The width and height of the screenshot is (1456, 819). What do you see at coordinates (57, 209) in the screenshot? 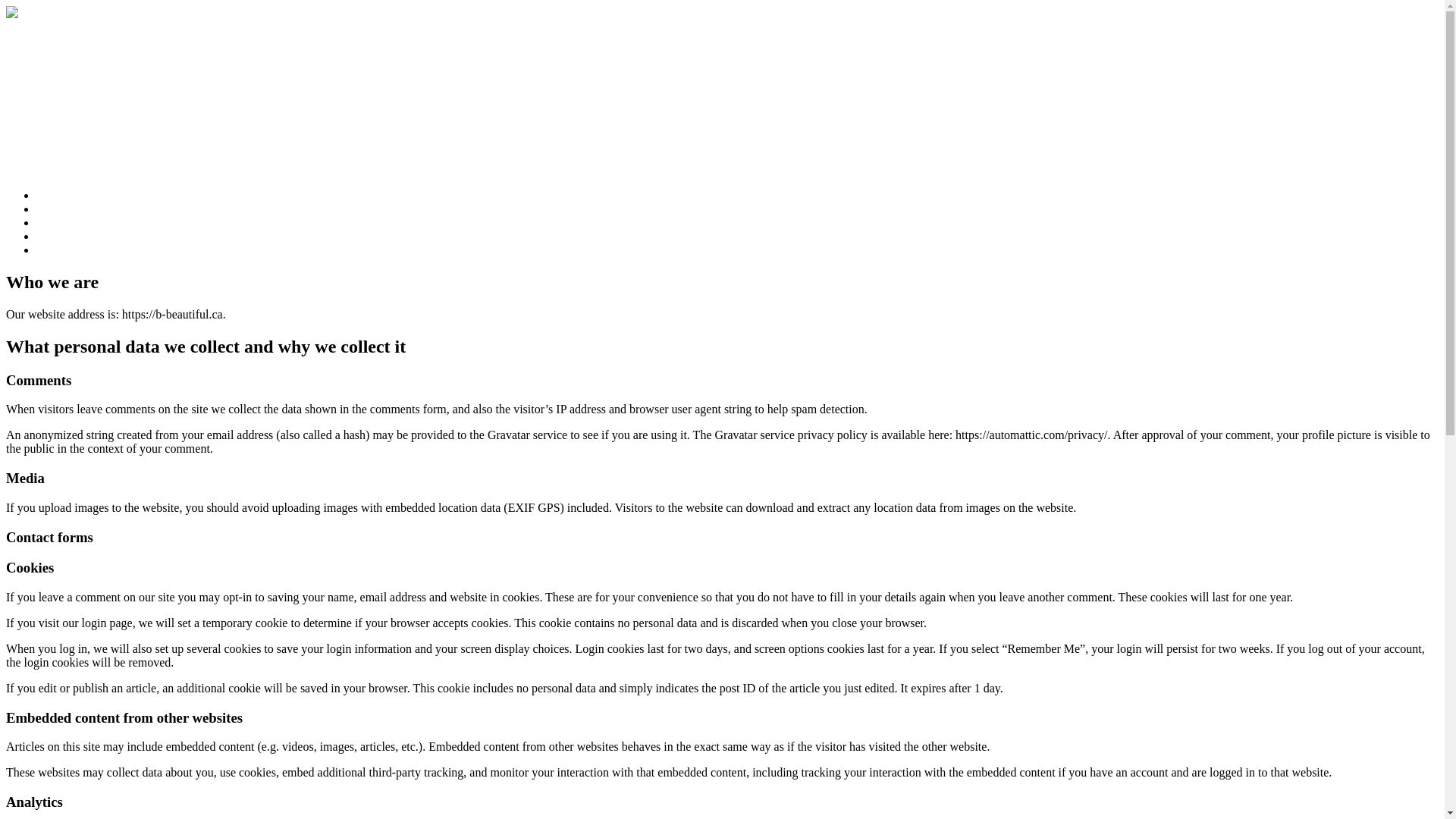
I see `'ABOUT'` at bounding box center [57, 209].